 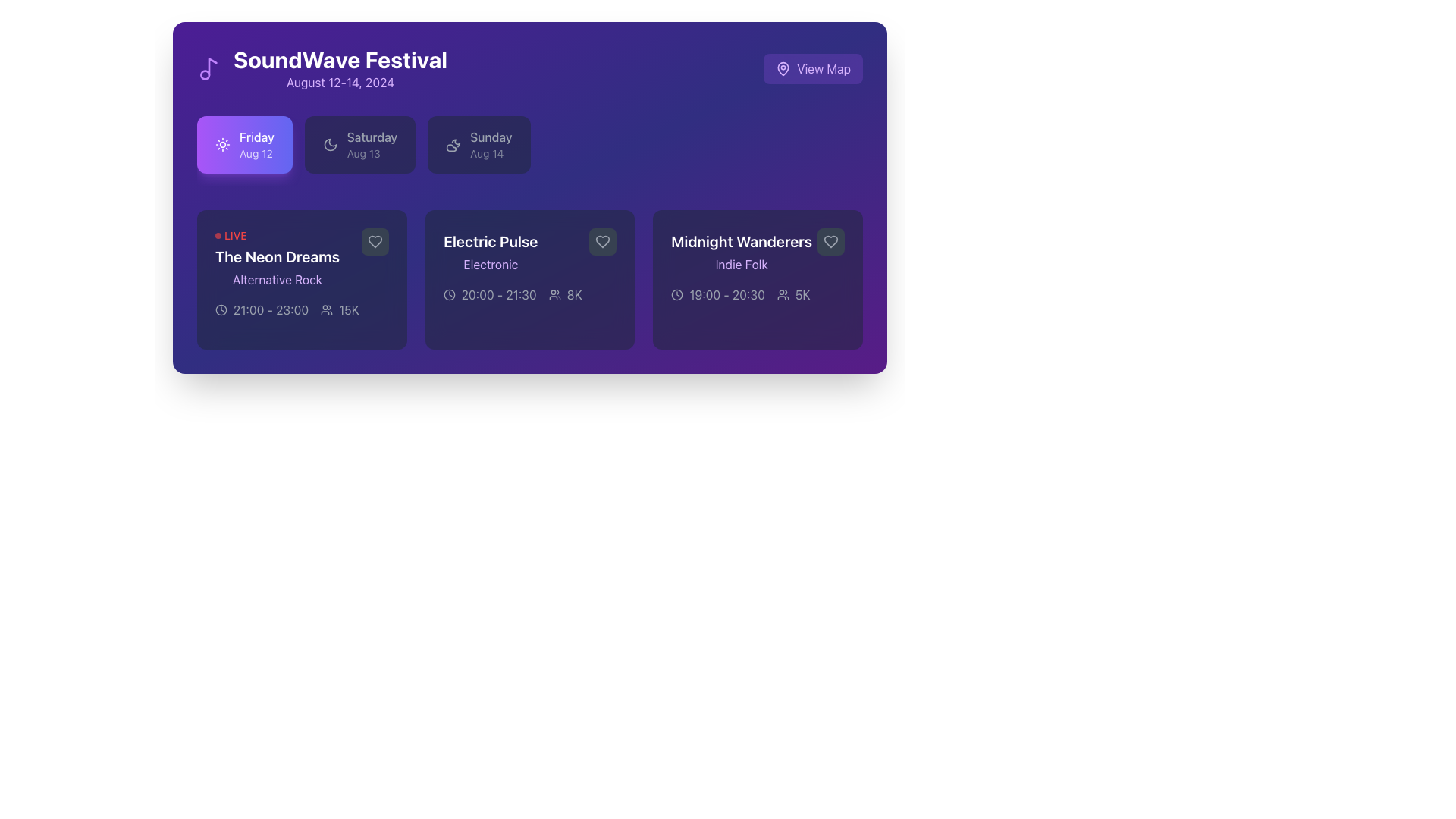 What do you see at coordinates (278, 256) in the screenshot?
I see `the event name displayed` at bounding box center [278, 256].